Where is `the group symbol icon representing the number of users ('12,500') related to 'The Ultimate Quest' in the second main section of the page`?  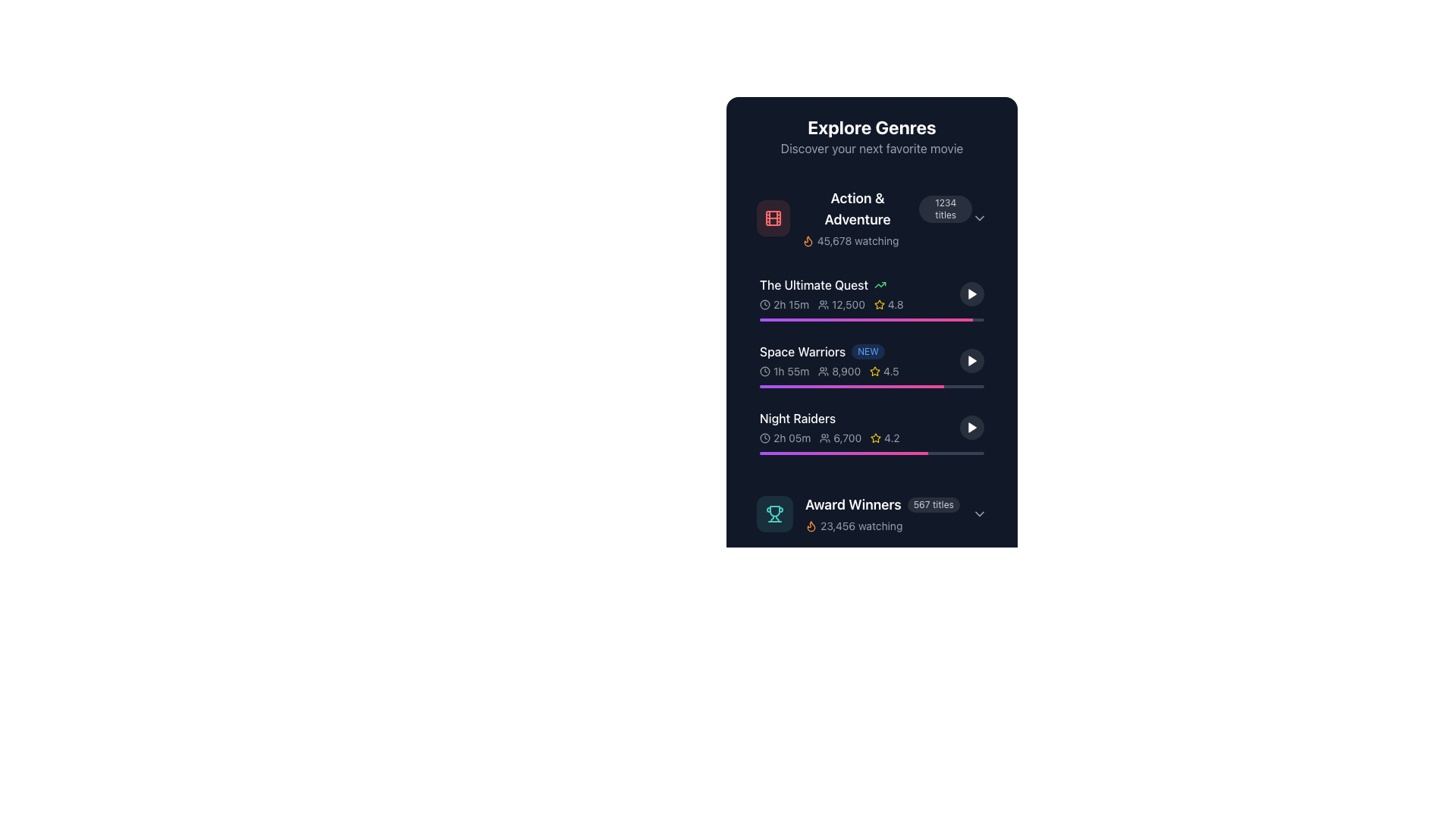 the group symbol icon representing the number of users ('12,500') related to 'The Ultimate Quest' in the second main section of the page is located at coordinates (823, 304).